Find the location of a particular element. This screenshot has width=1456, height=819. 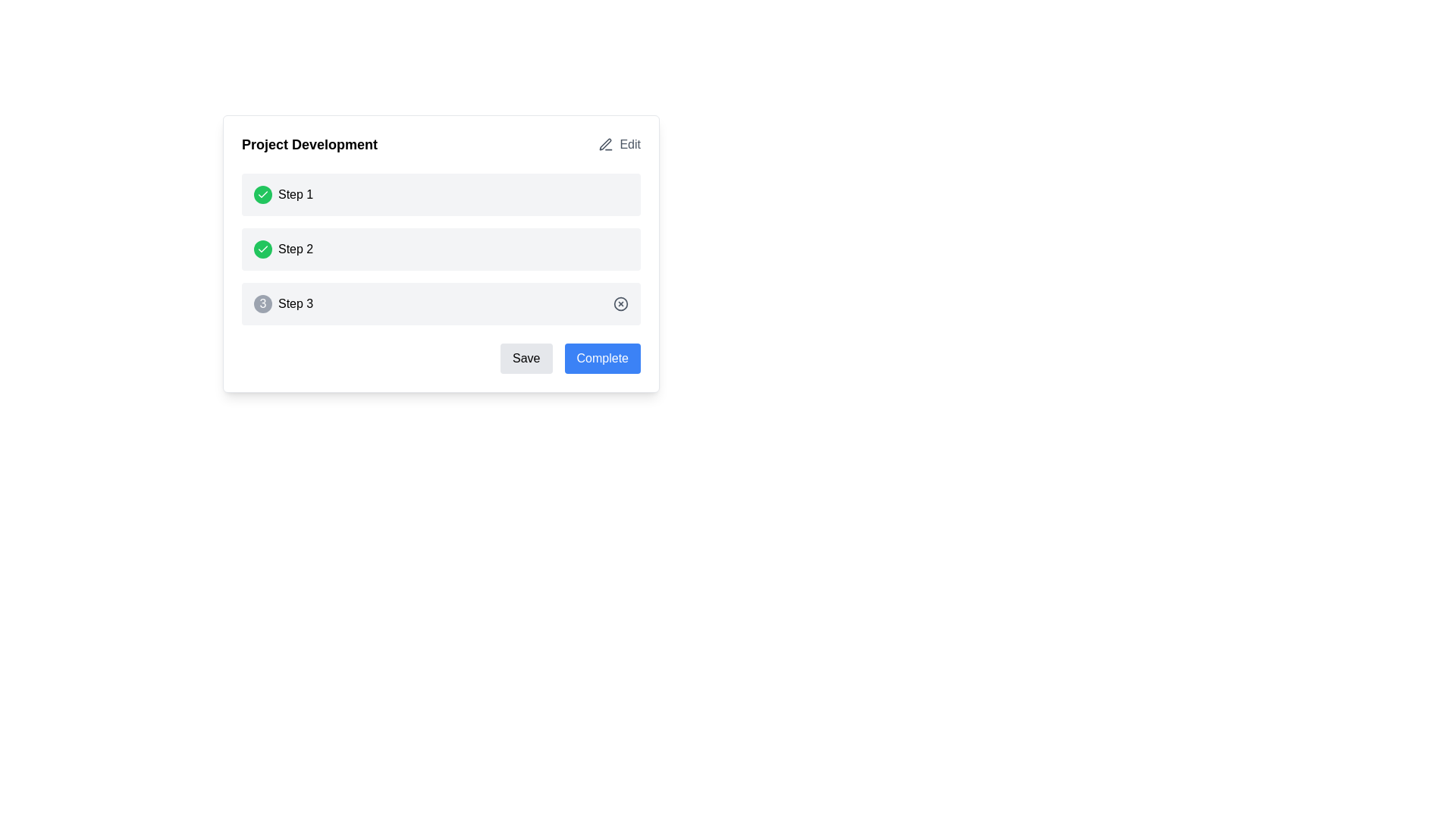

the Label with Icon indicating completion of 'Step 2', which features a green icon and checkmark, positioned centrally between 'Step 1' and 'Step 3' is located at coordinates (284, 248).